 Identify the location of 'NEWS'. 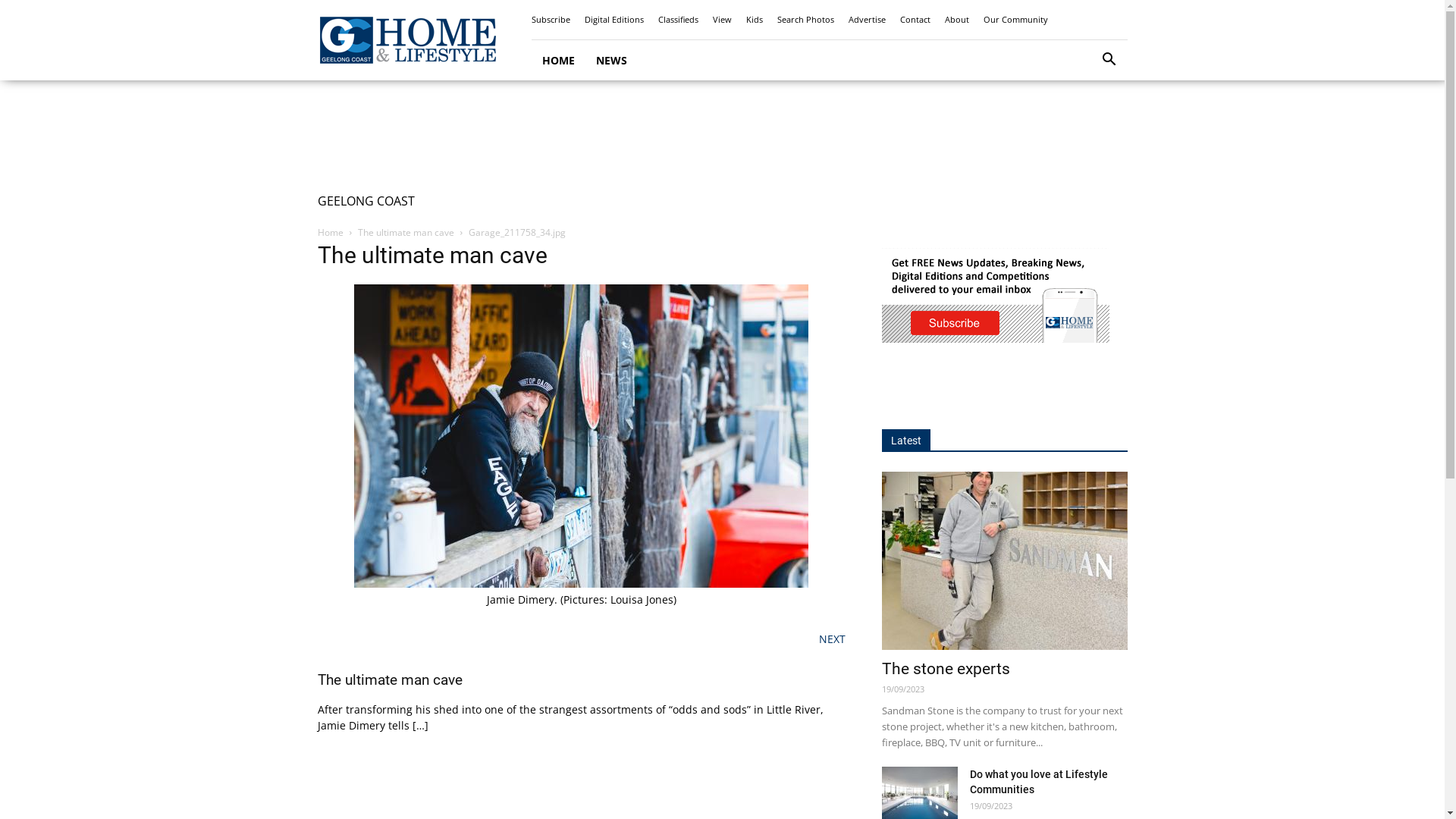
(611, 59).